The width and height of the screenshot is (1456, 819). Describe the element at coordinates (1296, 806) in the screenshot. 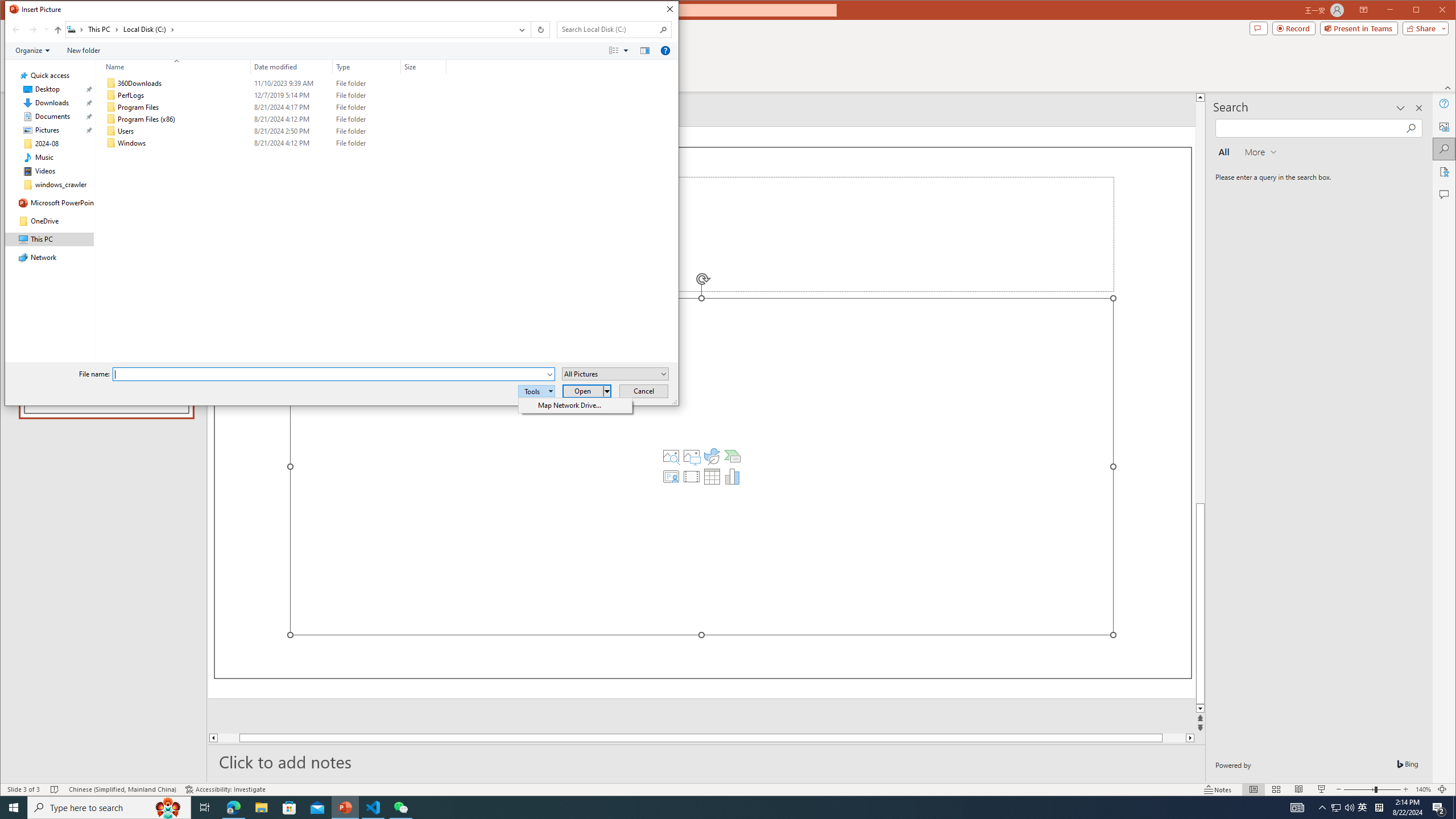

I see `'AutomationID: 4105'` at that location.